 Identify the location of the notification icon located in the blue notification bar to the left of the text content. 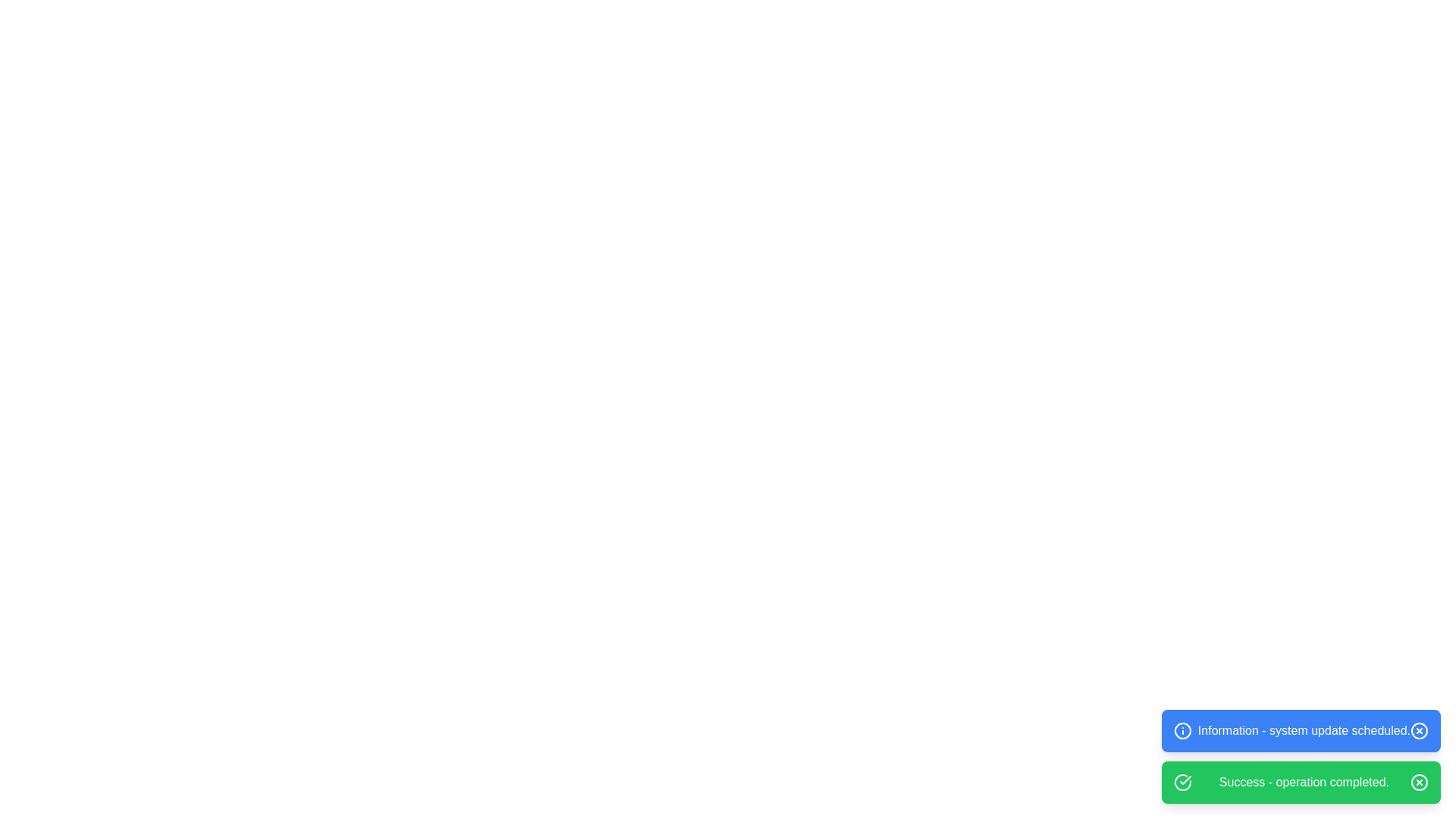
(1181, 730).